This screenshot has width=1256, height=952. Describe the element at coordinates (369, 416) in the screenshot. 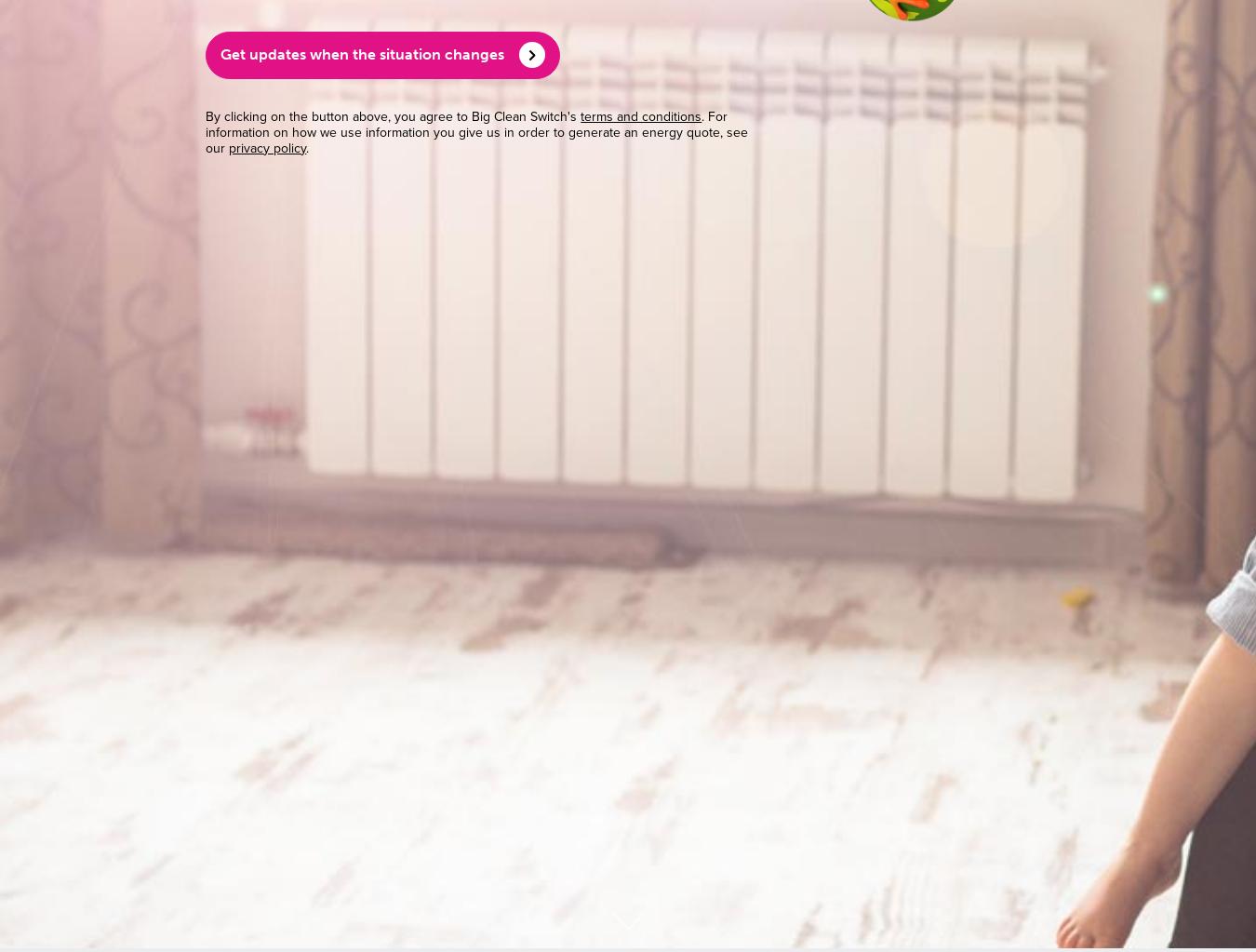

I see `'in 2020 and a five star rating on Trustpilot.'` at that location.